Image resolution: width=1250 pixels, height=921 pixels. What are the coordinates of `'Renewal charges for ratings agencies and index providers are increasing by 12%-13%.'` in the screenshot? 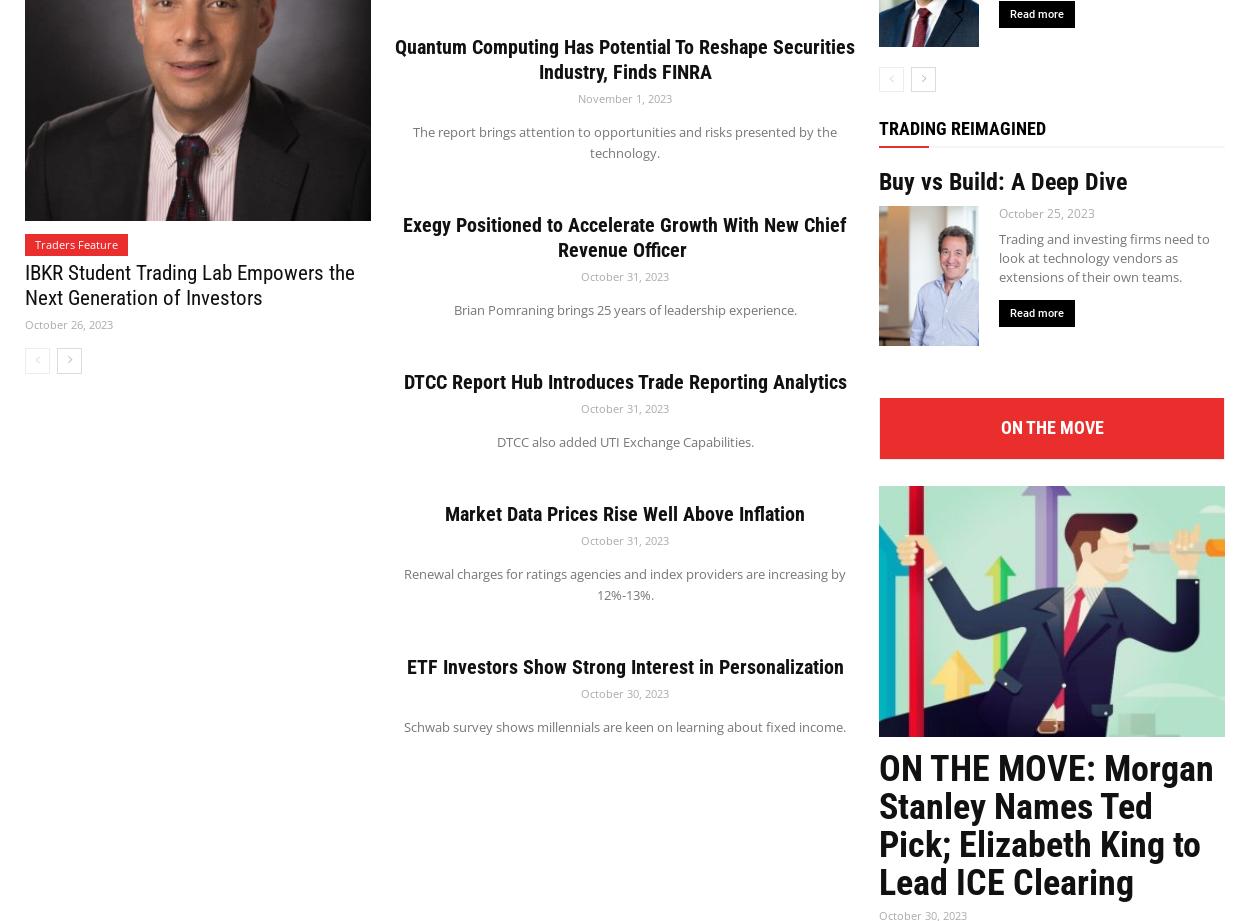 It's located at (625, 582).